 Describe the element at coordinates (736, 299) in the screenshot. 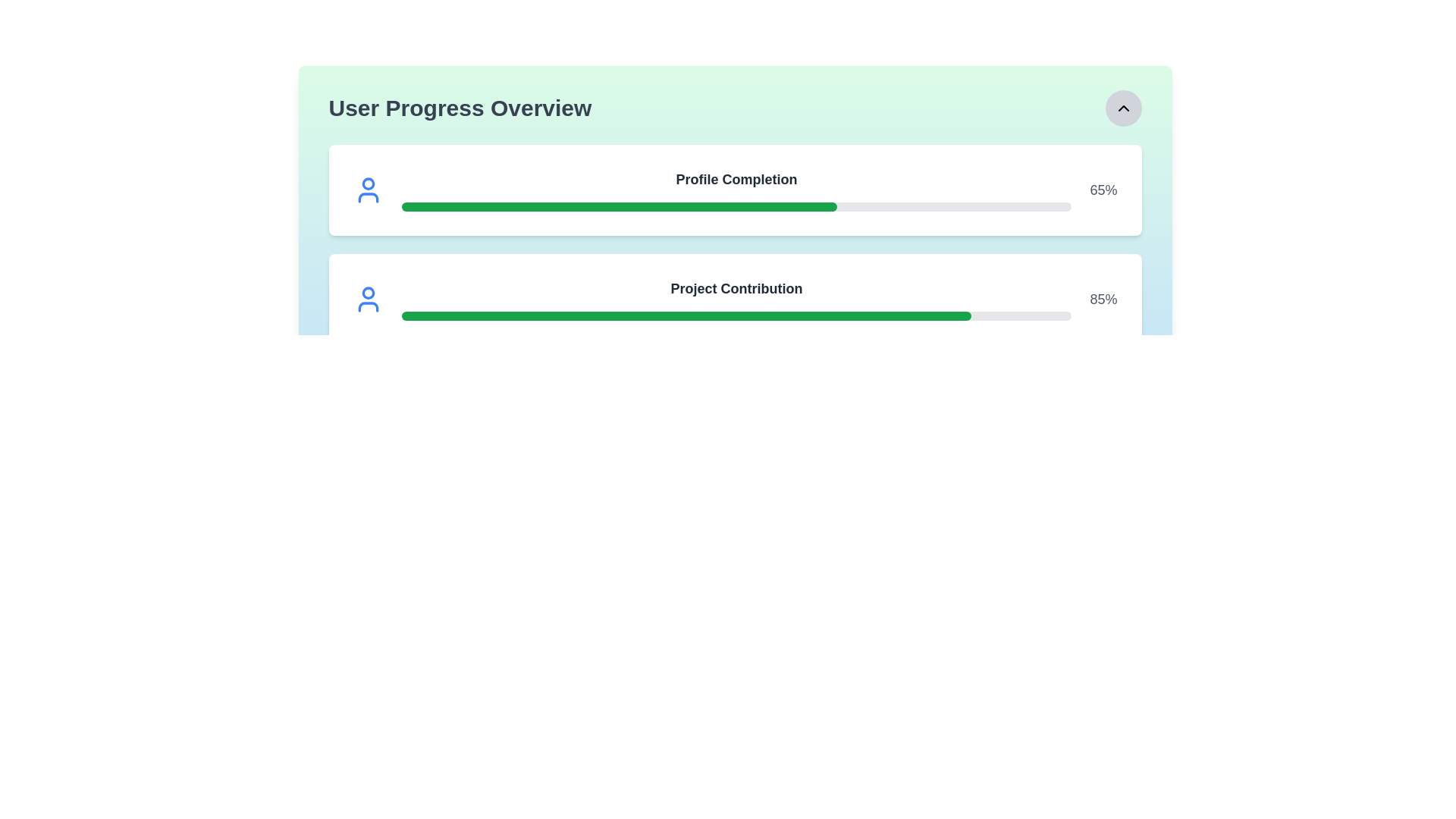

I see `the descriptive text label indicating 'Project Contribution' located above the progress bar in the second card of the vertical list layout` at that location.